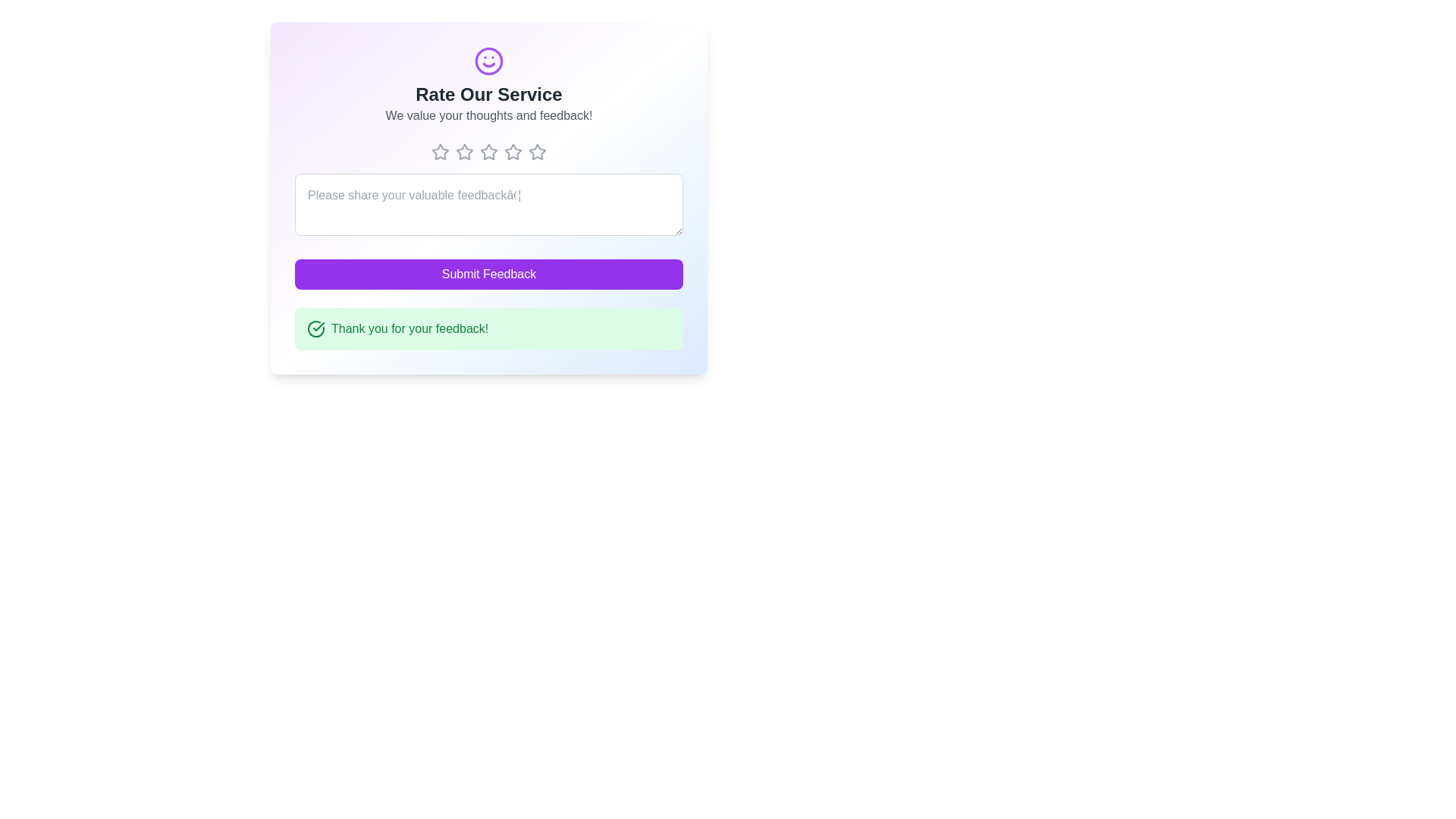  Describe the element at coordinates (488, 205) in the screenshot. I see `the text input box with placeholder text 'Please share your valuable feedback…'` at that location.